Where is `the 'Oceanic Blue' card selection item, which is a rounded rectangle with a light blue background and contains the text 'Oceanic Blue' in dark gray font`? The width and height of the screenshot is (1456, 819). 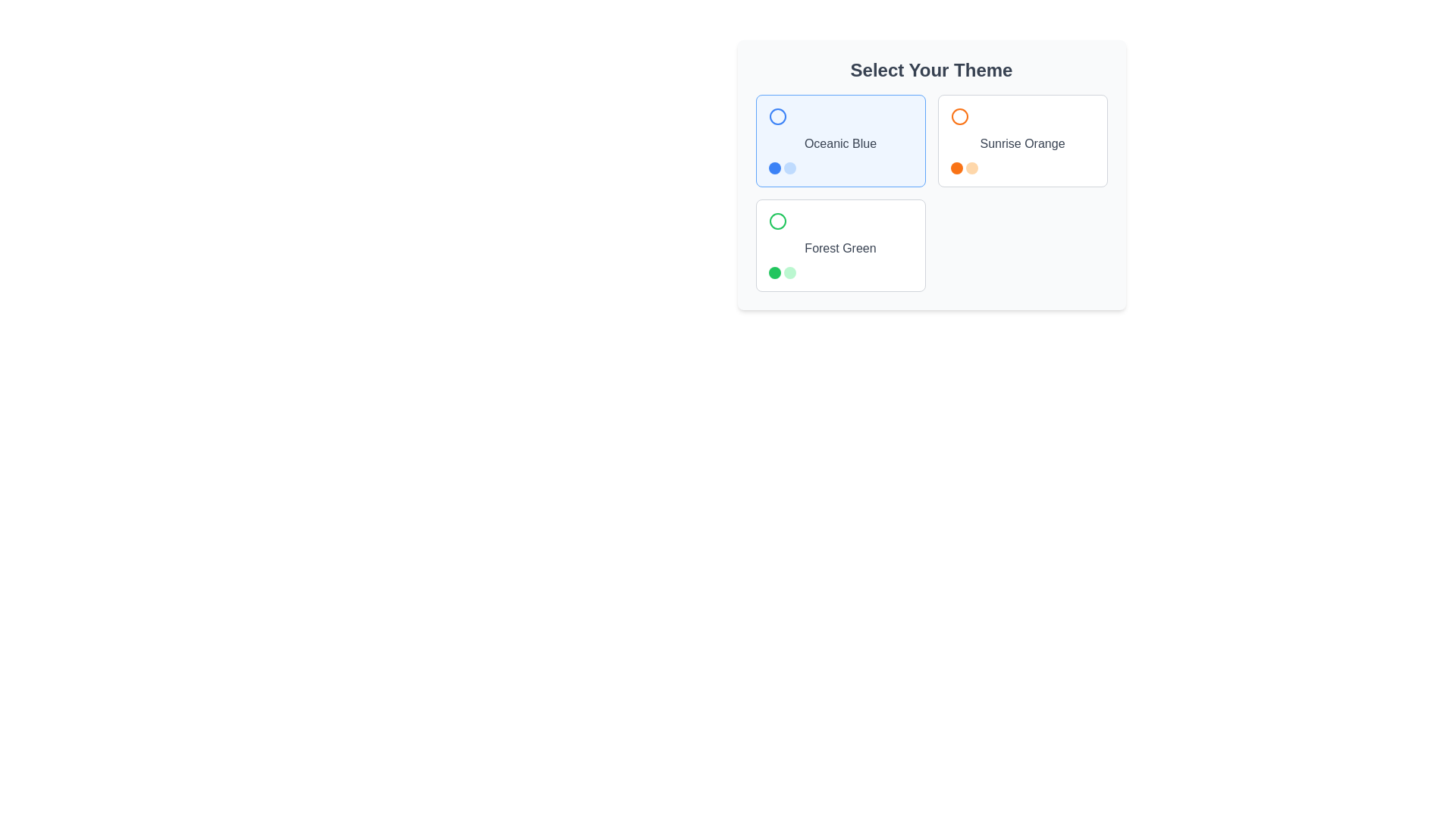 the 'Oceanic Blue' card selection item, which is a rounded rectangle with a light blue background and contains the text 'Oceanic Blue' in dark gray font is located at coordinates (839, 140).